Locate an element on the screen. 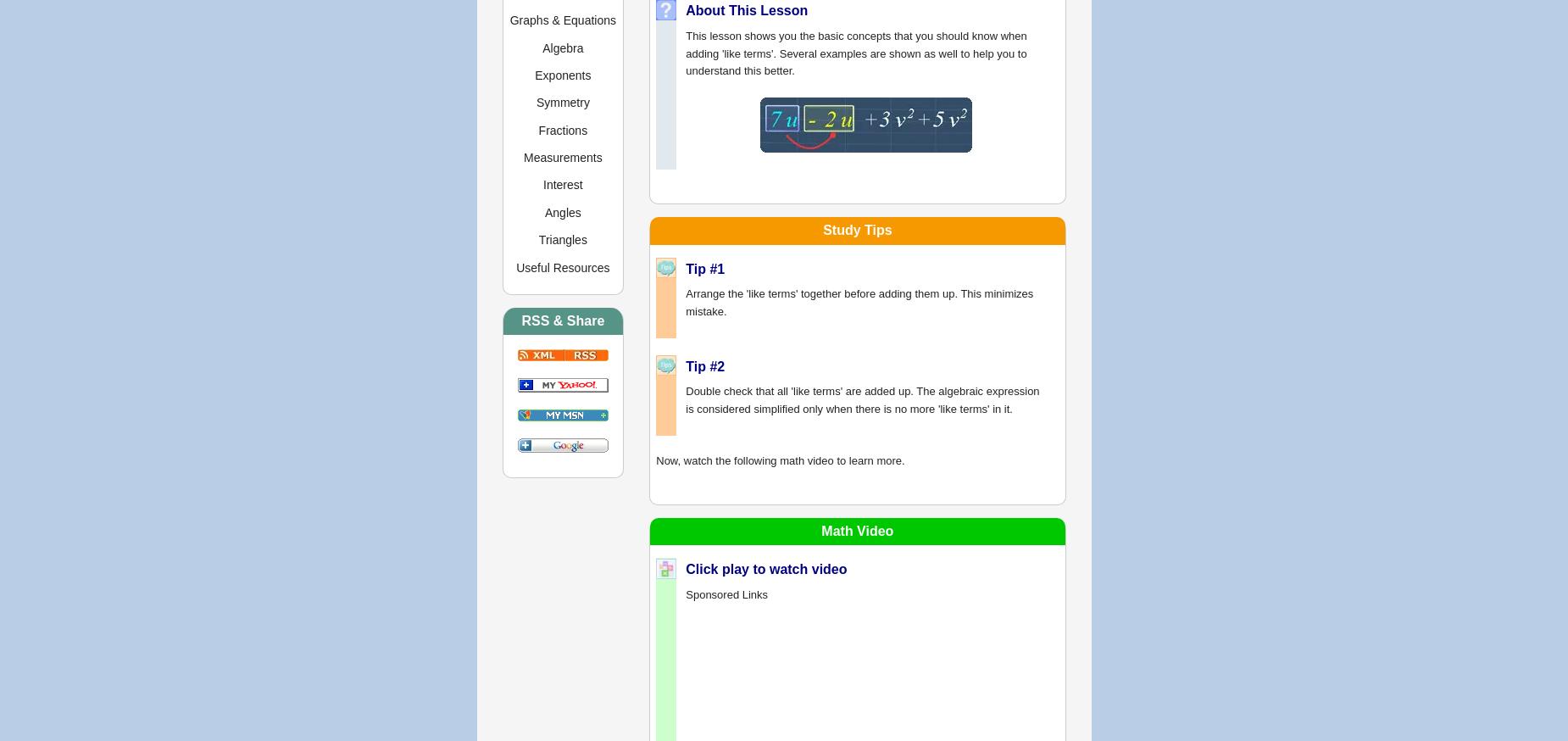 This screenshot has width=1568, height=741. 'Sponsored Links' is located at coordinates (726, 593).